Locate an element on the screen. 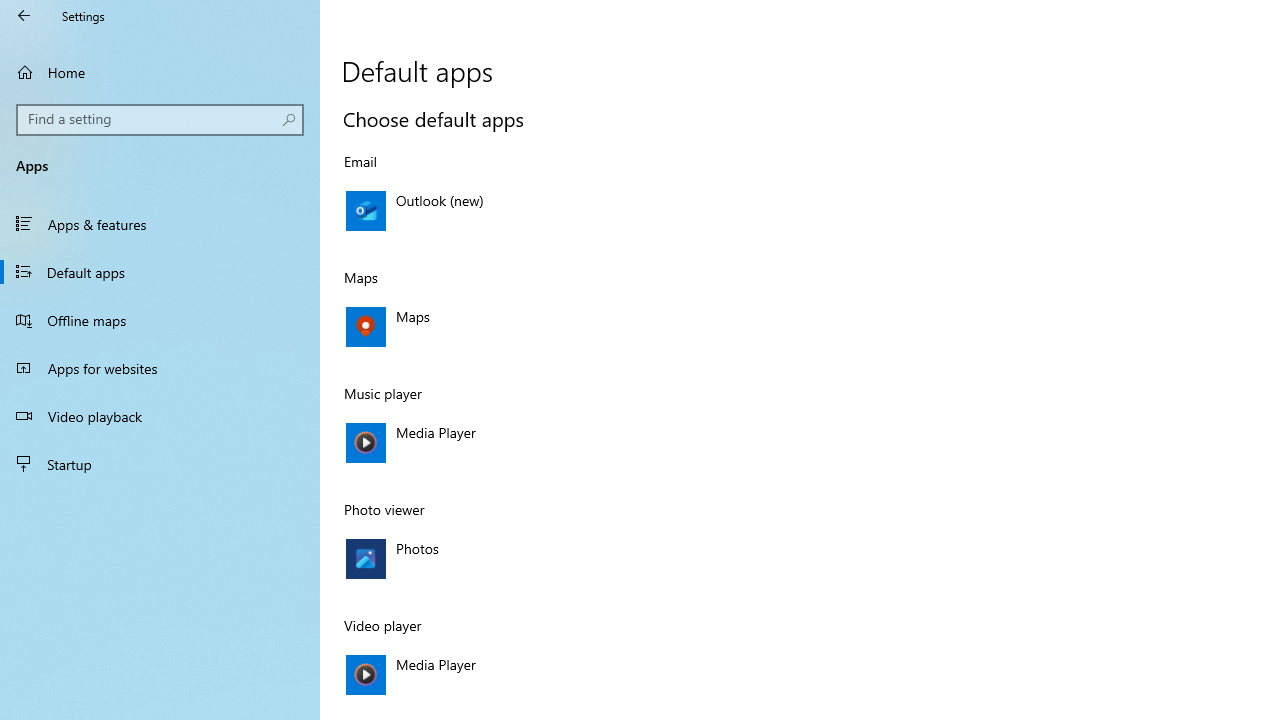  'Startup' is located at coordinates (160, 464).